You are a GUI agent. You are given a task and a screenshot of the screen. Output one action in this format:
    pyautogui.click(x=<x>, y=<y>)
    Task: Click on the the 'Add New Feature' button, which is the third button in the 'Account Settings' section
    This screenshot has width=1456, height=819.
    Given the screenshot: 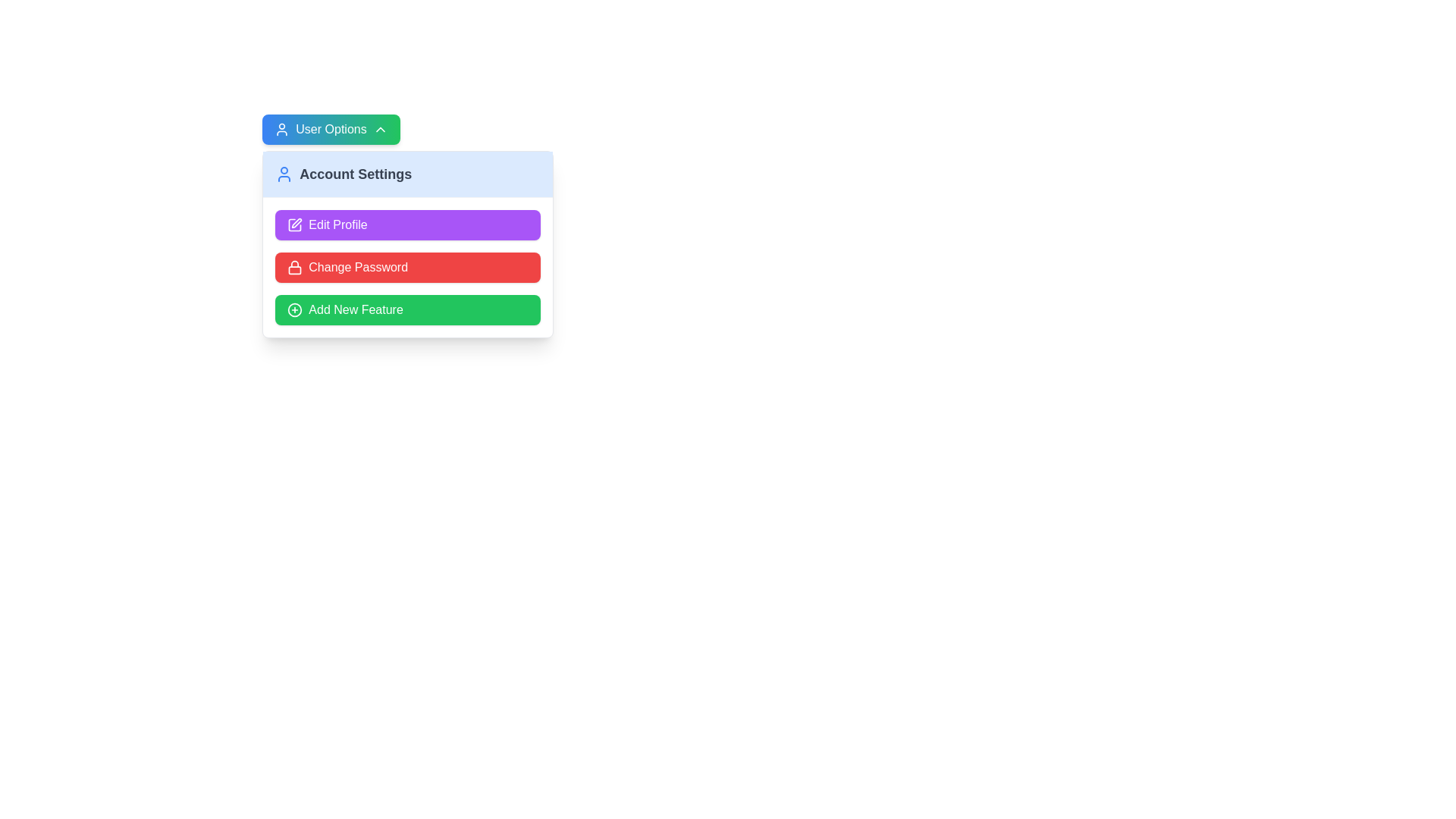 What is the action you would take?
    pyautogui.click(x=408, y=309)
    